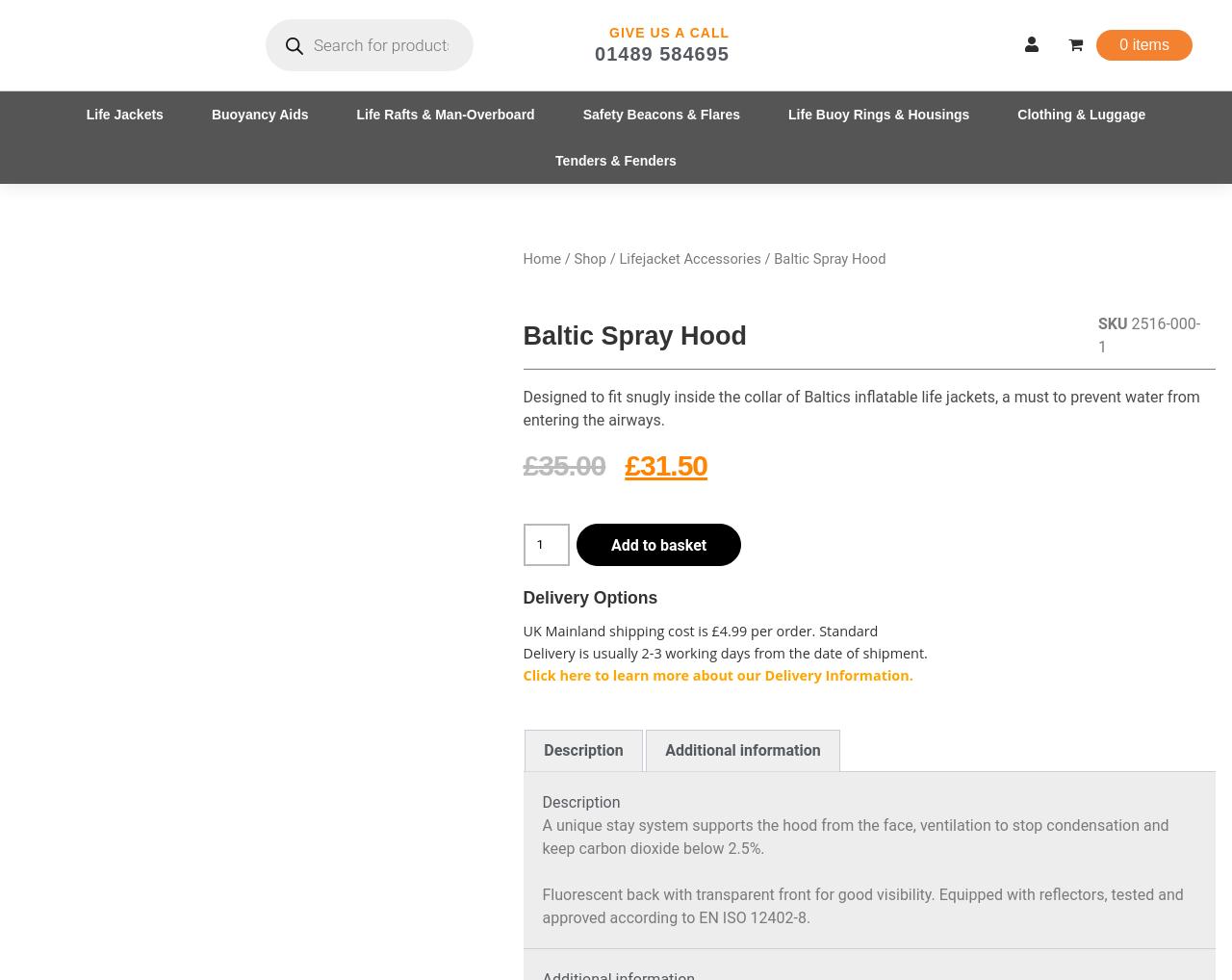 This screenshot has width=1232, height=980. Describe the element at coordinates (588, 595) in the screenshot. I see `'Delivery Options'` at that location.